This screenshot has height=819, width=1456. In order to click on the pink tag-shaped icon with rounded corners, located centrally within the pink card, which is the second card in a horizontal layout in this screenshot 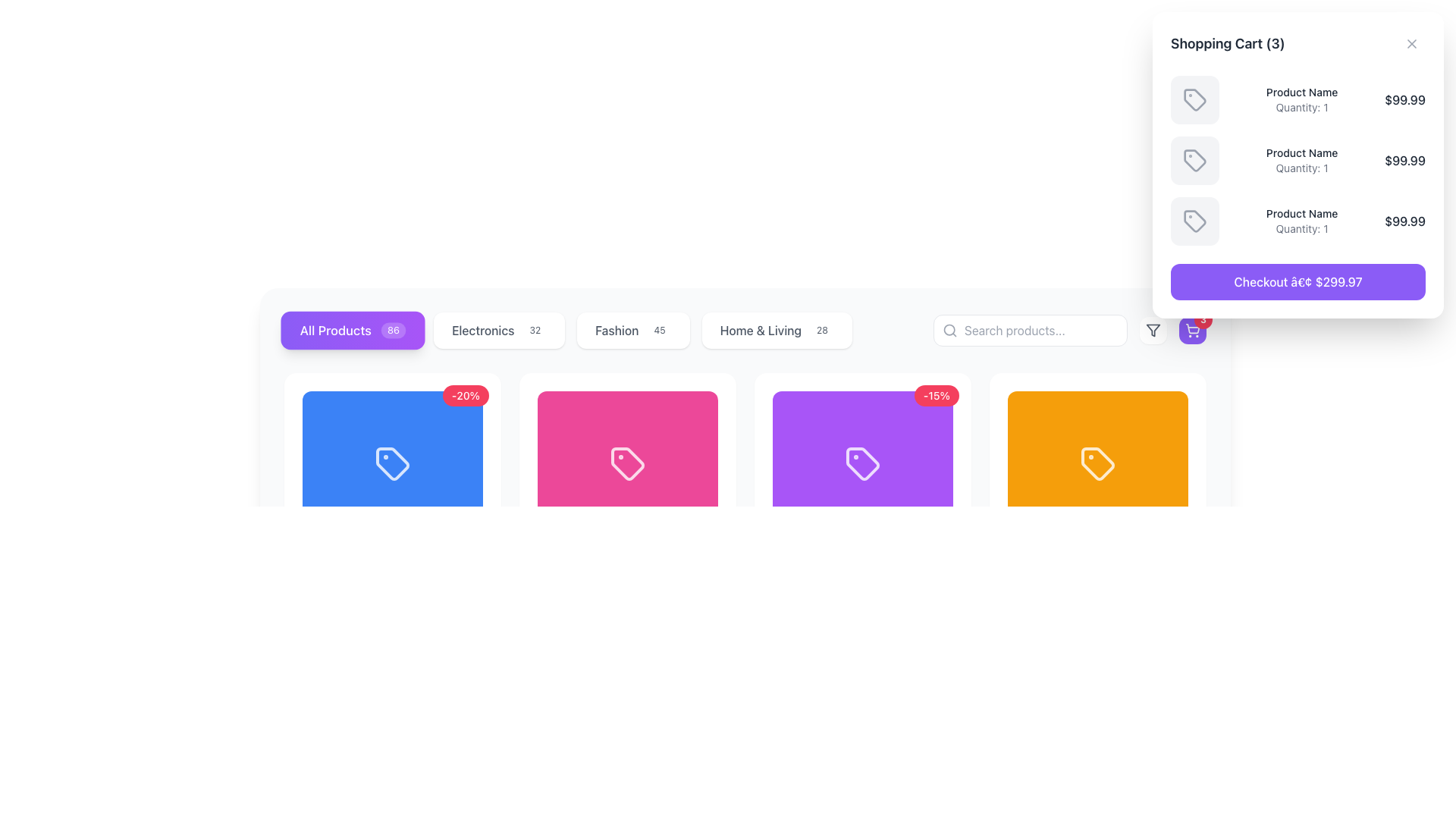, I will do `click(628, 463)`.